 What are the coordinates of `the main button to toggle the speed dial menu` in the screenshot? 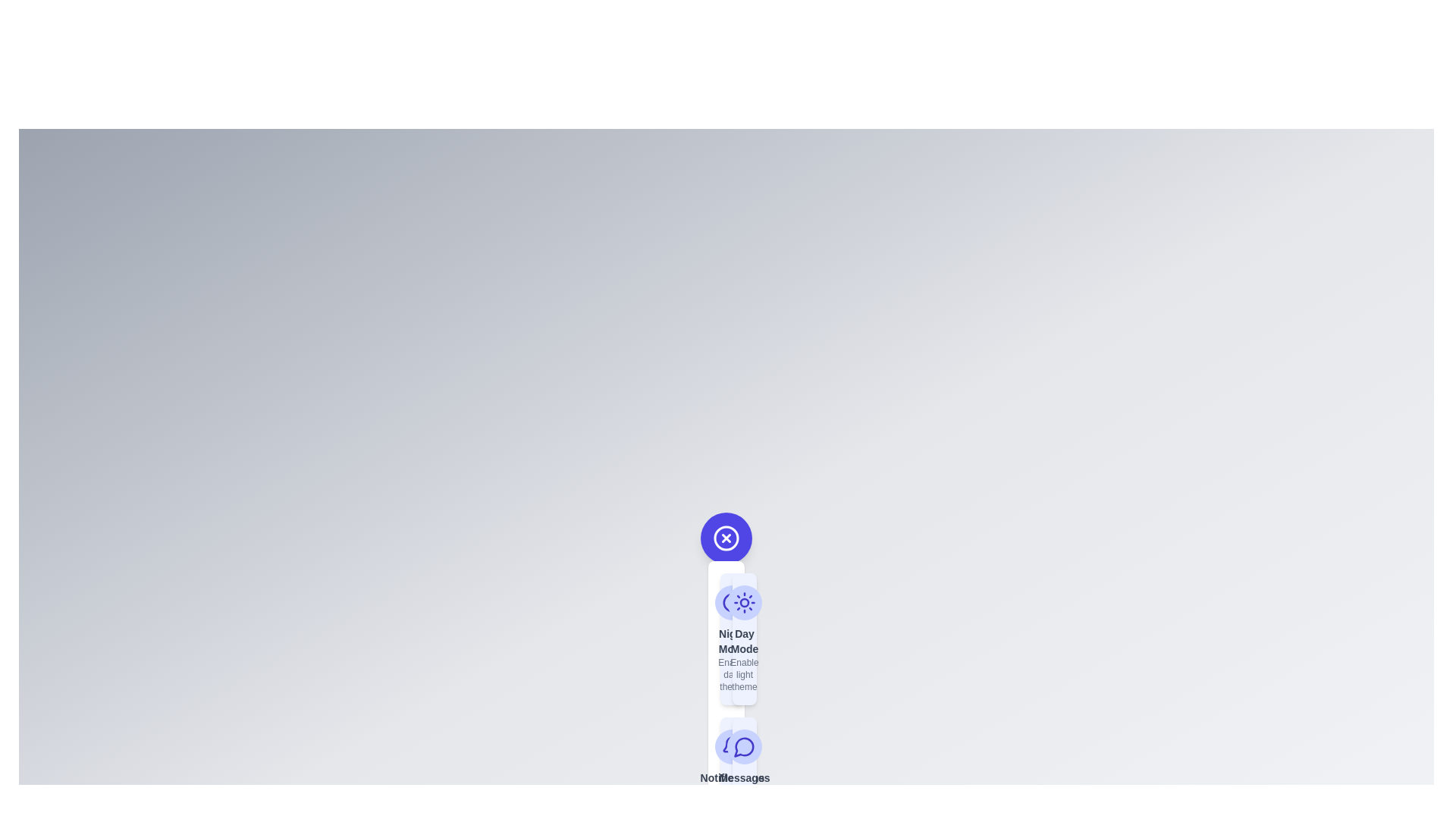 It's located at (726, 537).